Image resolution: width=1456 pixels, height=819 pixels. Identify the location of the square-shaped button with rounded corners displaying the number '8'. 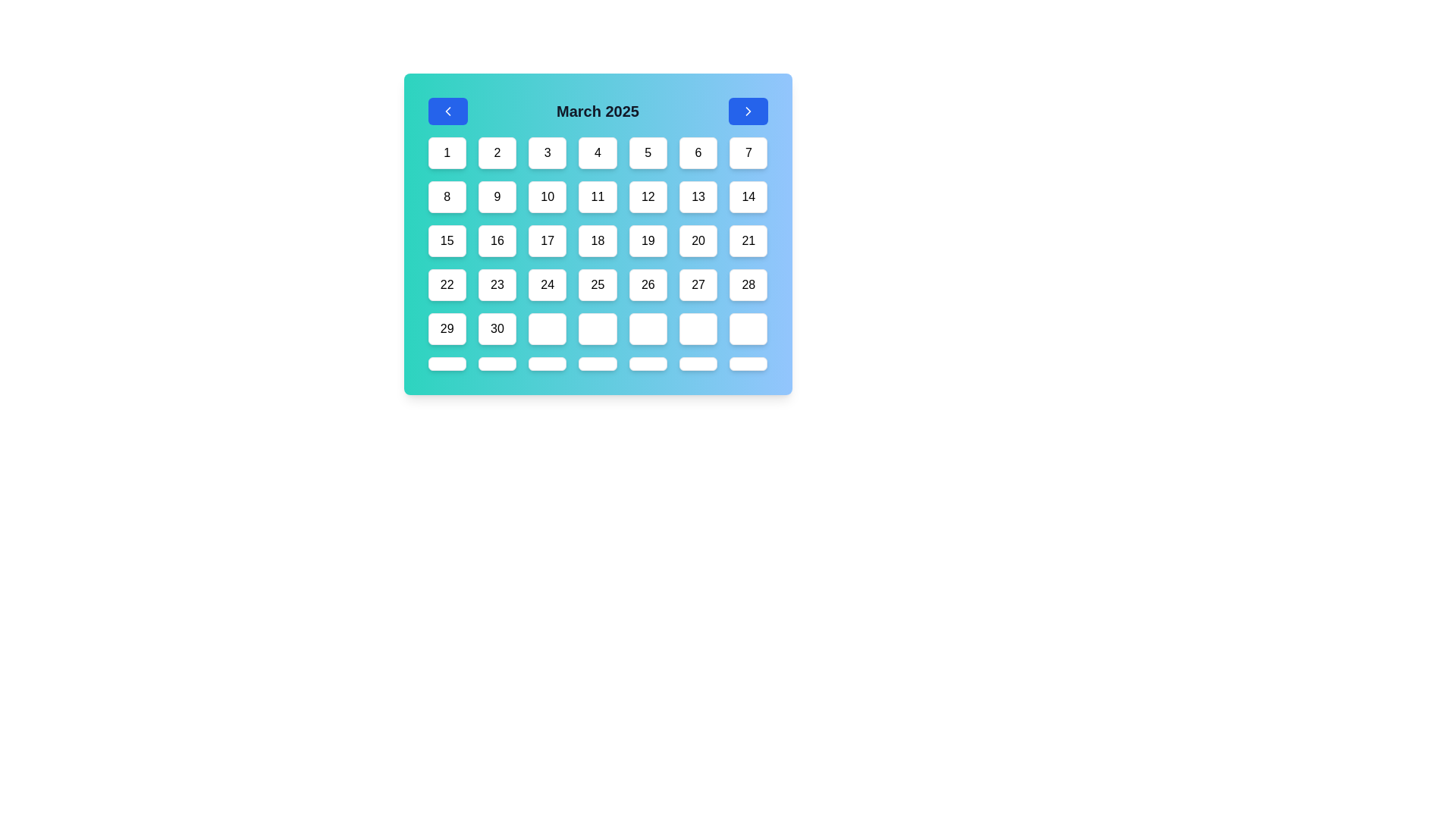
(446, 196).